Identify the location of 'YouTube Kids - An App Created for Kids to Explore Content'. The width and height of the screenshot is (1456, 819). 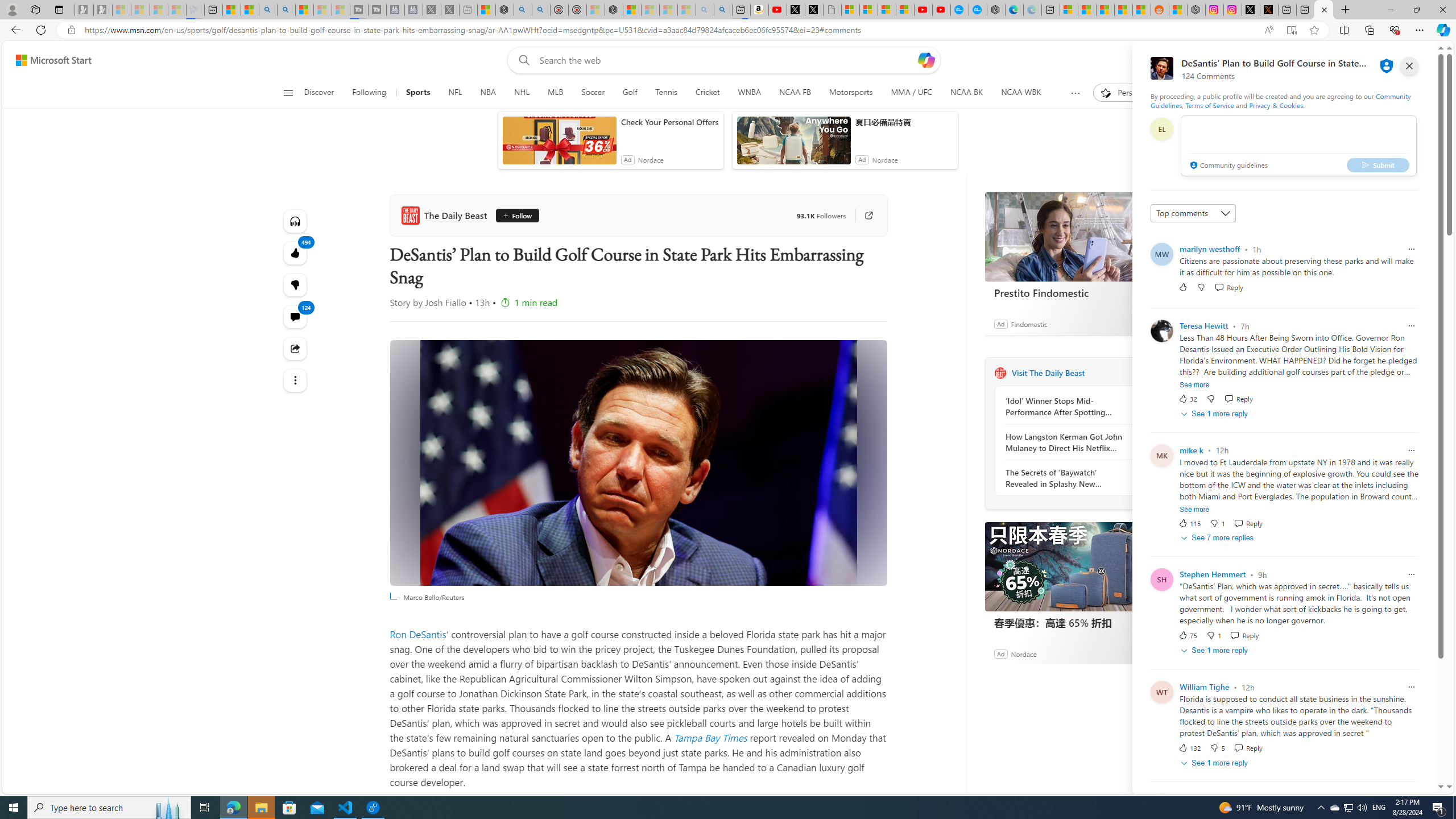
(941, 9).